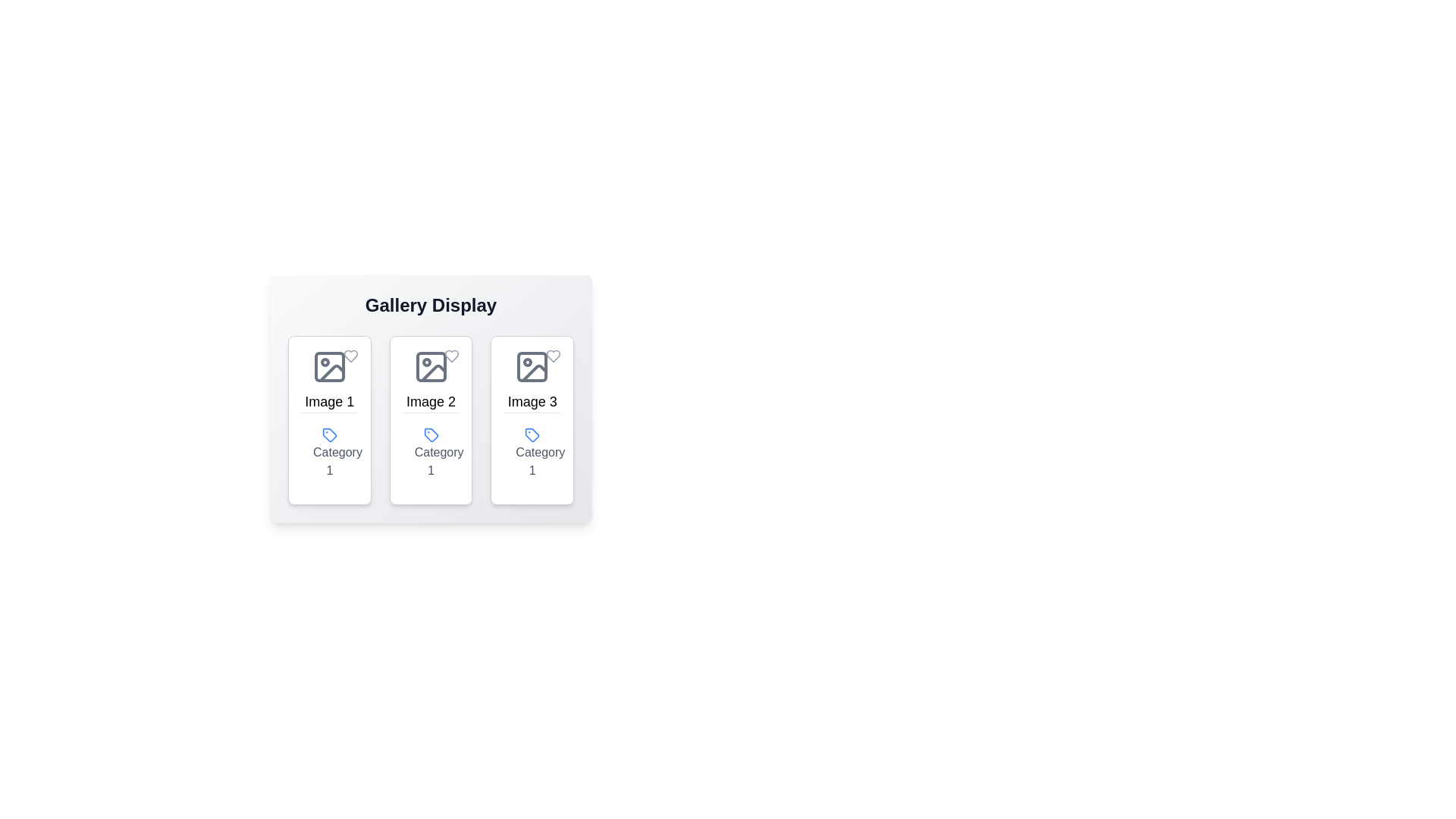  I want to click on the element containing the text 'Category 1' with a blue tag icon, located in the bottom section of the card labeled 'Image 1', so click(328, 451).